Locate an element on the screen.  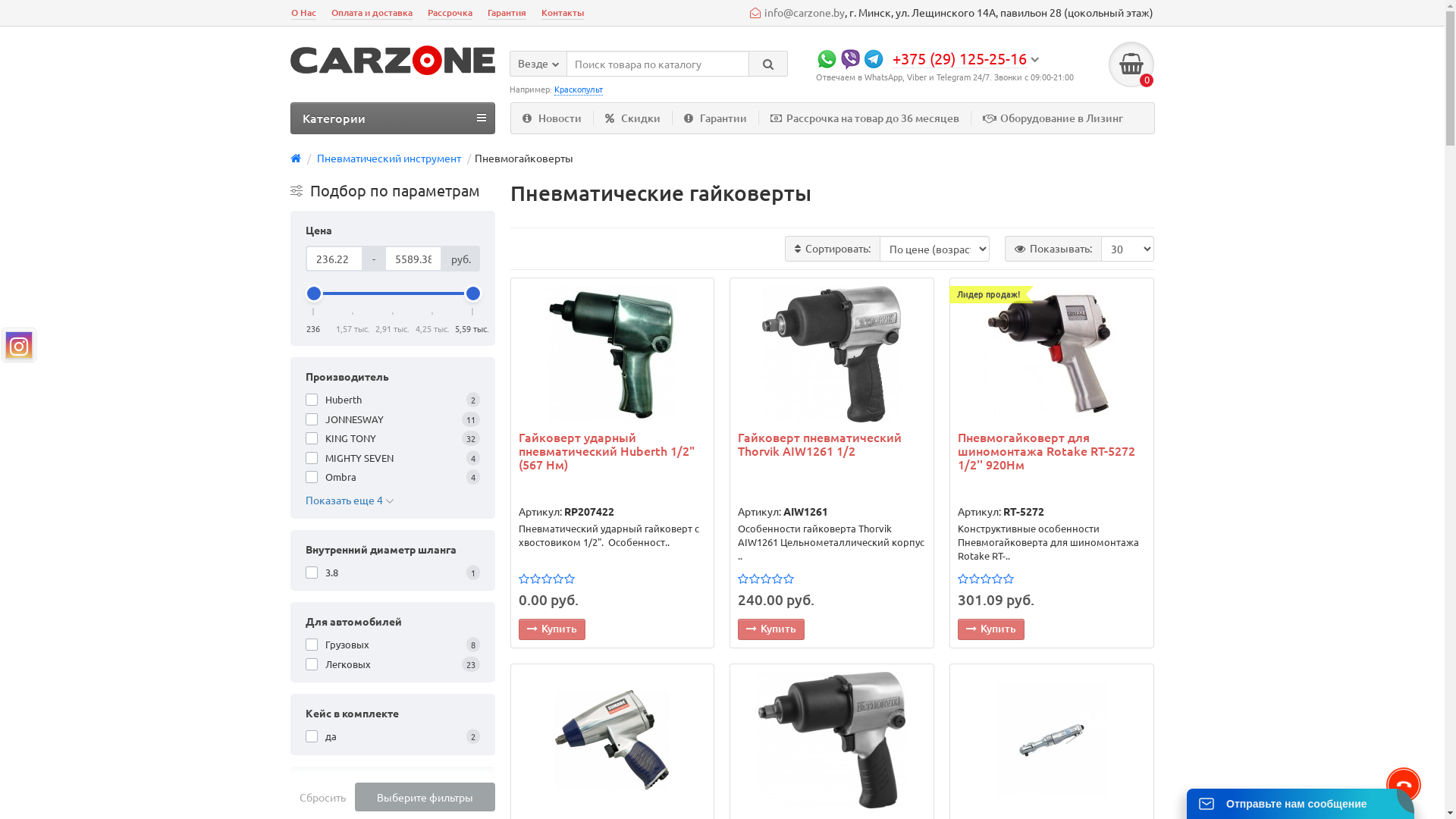
'KING TONY is located at coordinates (392, 438).